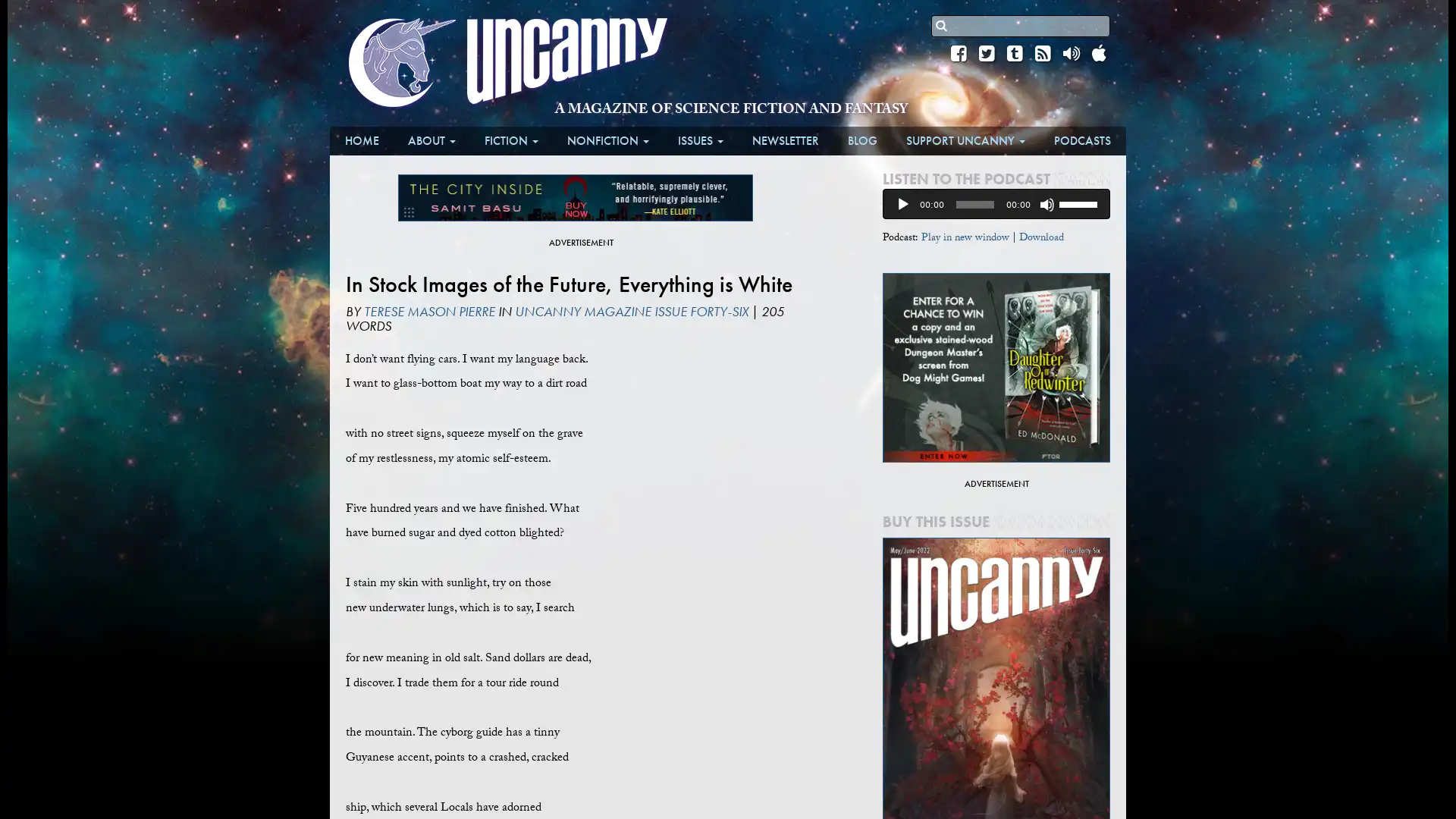 Image resolution: width=1456 pixels, height=819 pixels. What do you see at coordinates (902, 205) in the screenshot?
I see `Play` at bounding box center [902, 205].